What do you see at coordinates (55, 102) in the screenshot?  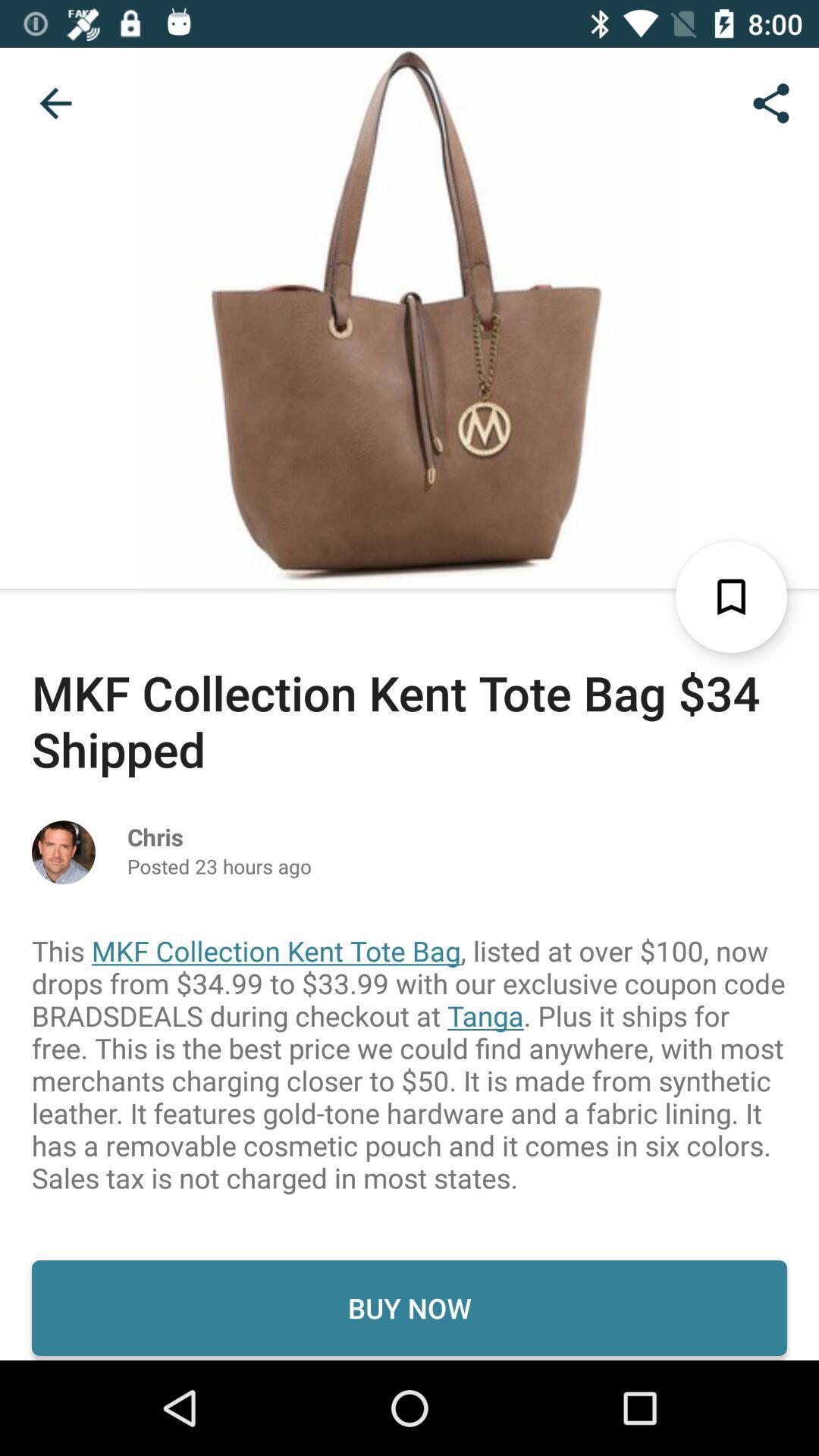 I see `icon at the top left corner` at bounding box center [55, 102].